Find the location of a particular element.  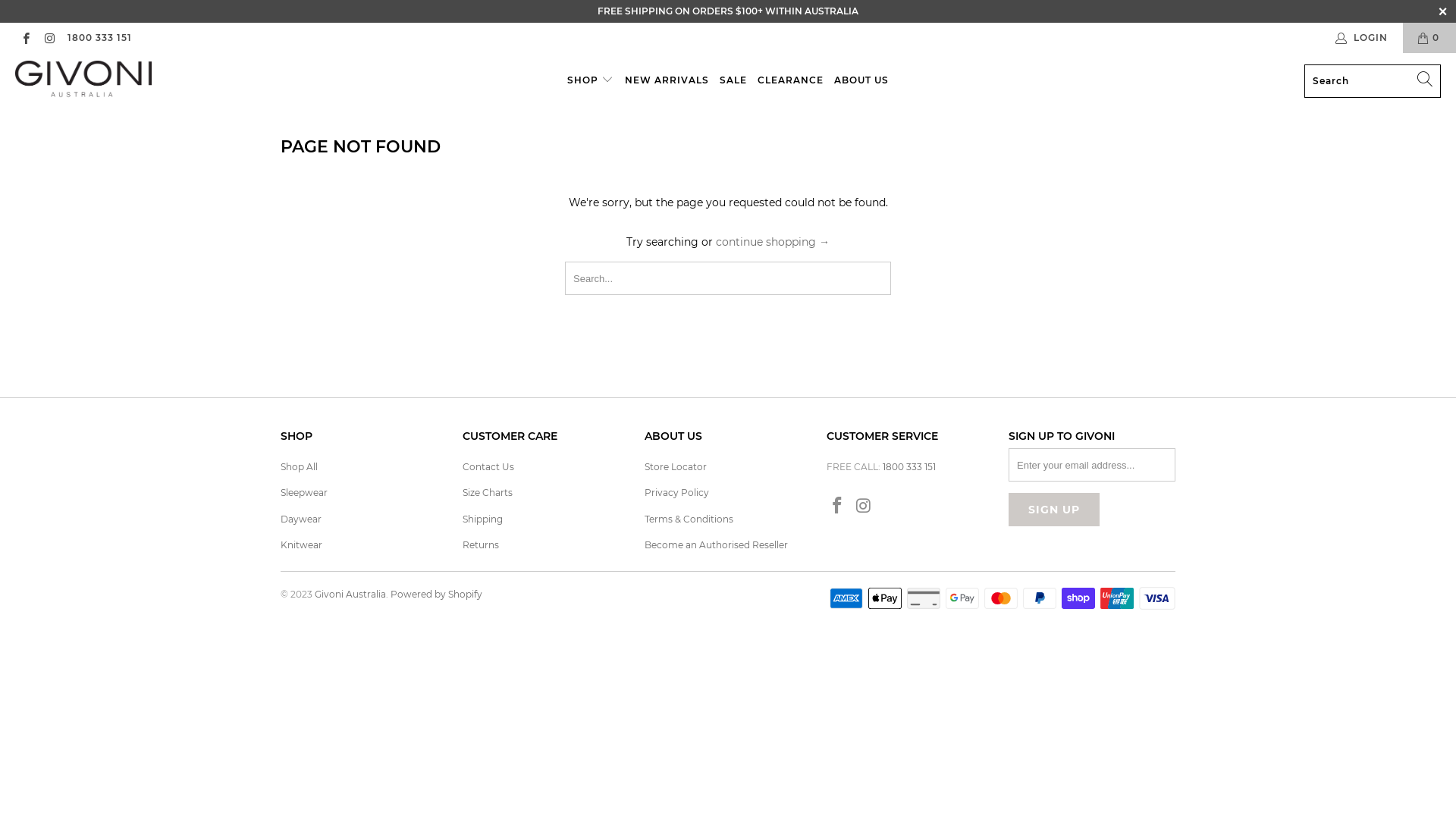

'Shipping' is located at coordinates (482, 518).